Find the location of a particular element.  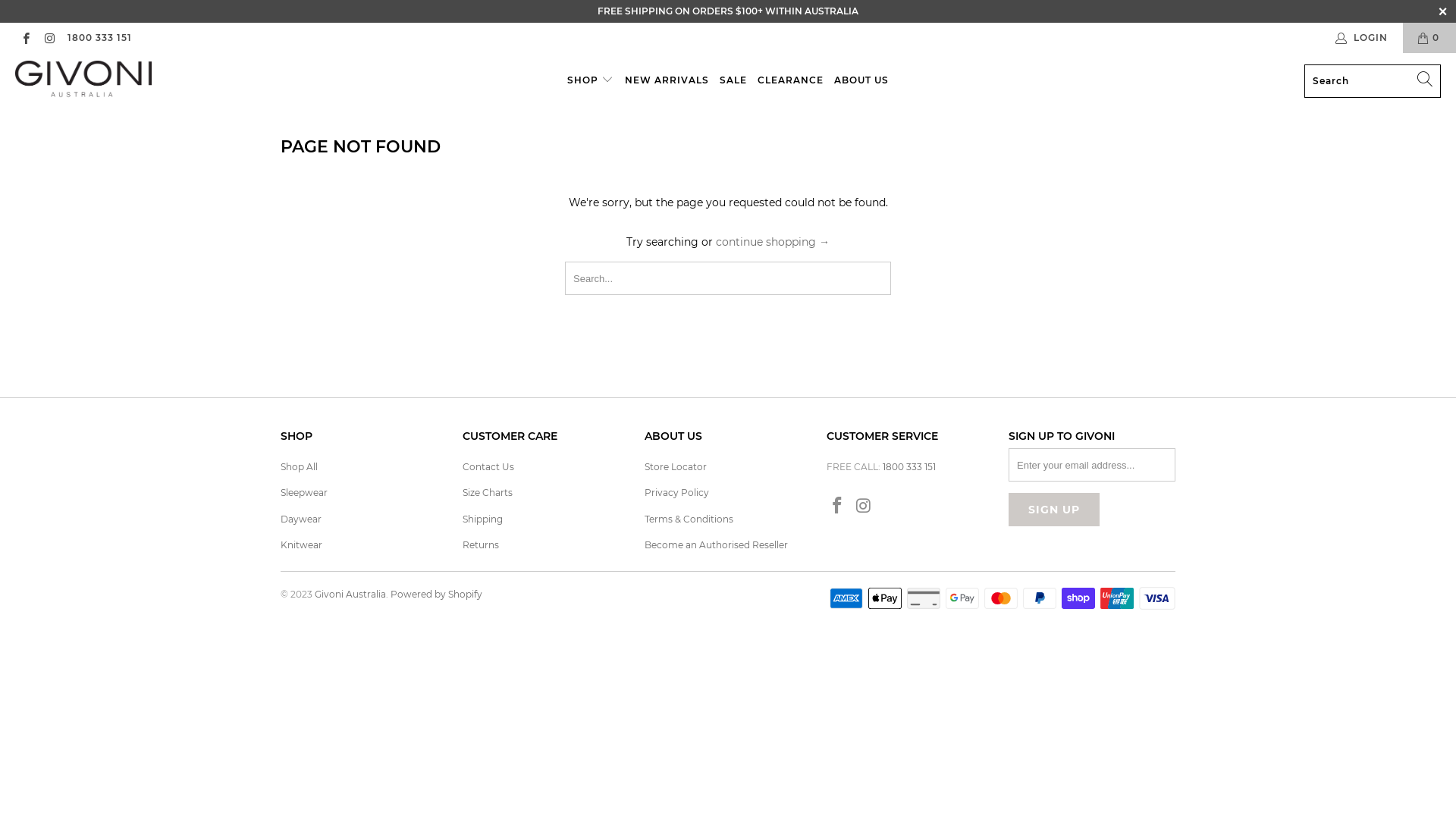

'Shipping' is located at coordinates (482, 518).